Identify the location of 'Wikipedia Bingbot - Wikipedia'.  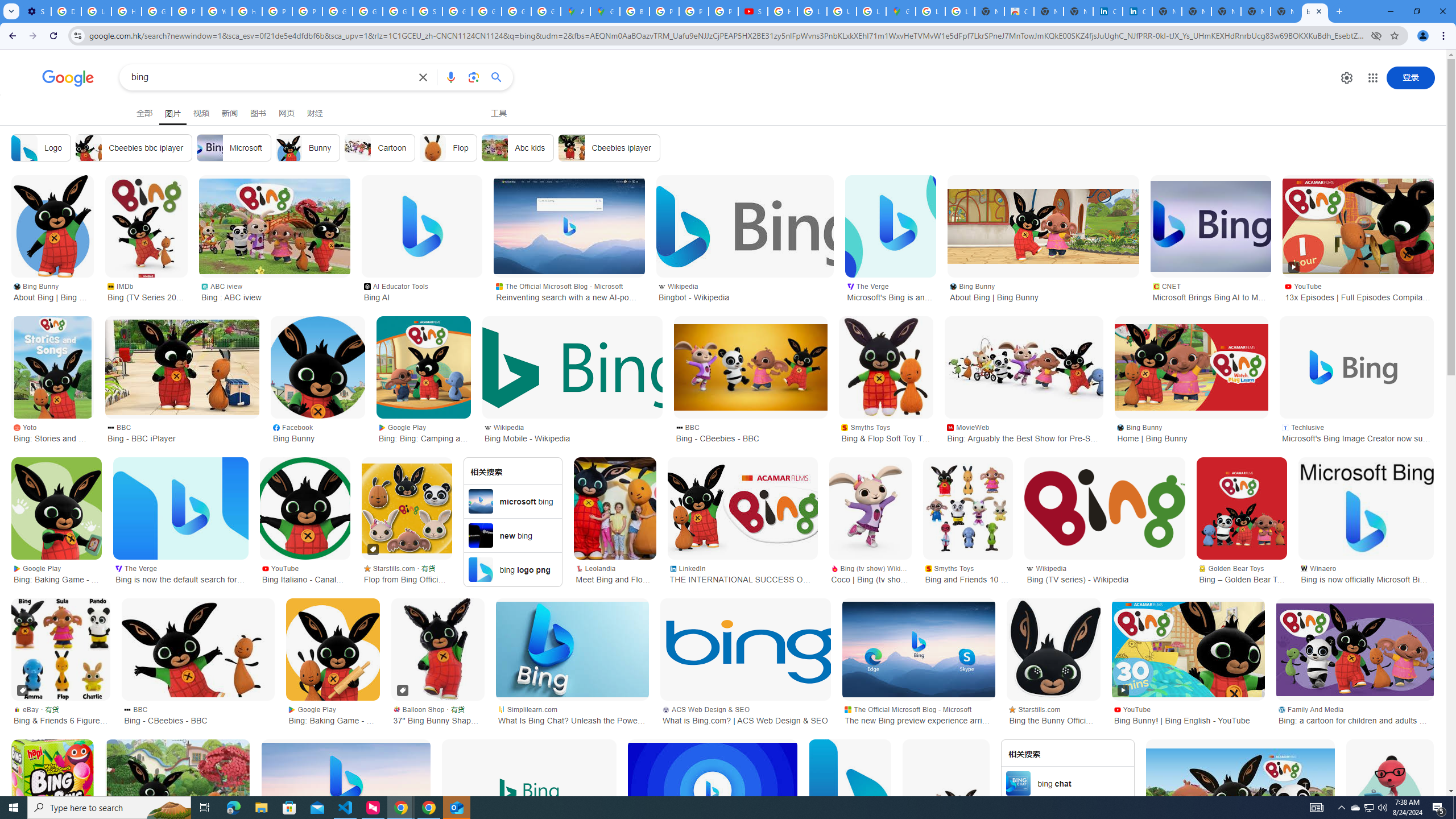
(744, 290).